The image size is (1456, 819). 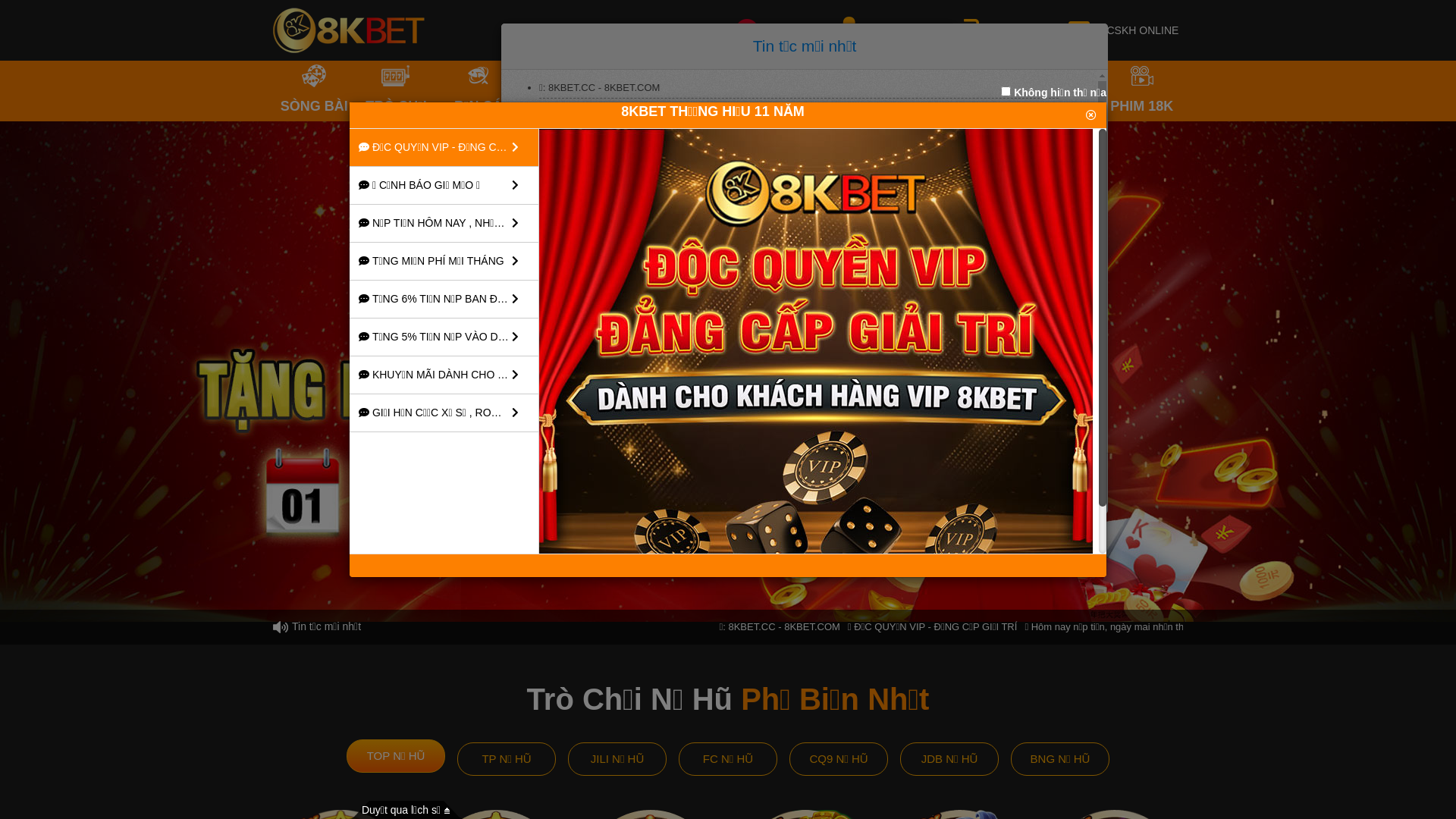 What do you see at coordinates (1103, 90) in the screenshot?
I see `'PHIM 18K'` at bounding box center [1103, 90].